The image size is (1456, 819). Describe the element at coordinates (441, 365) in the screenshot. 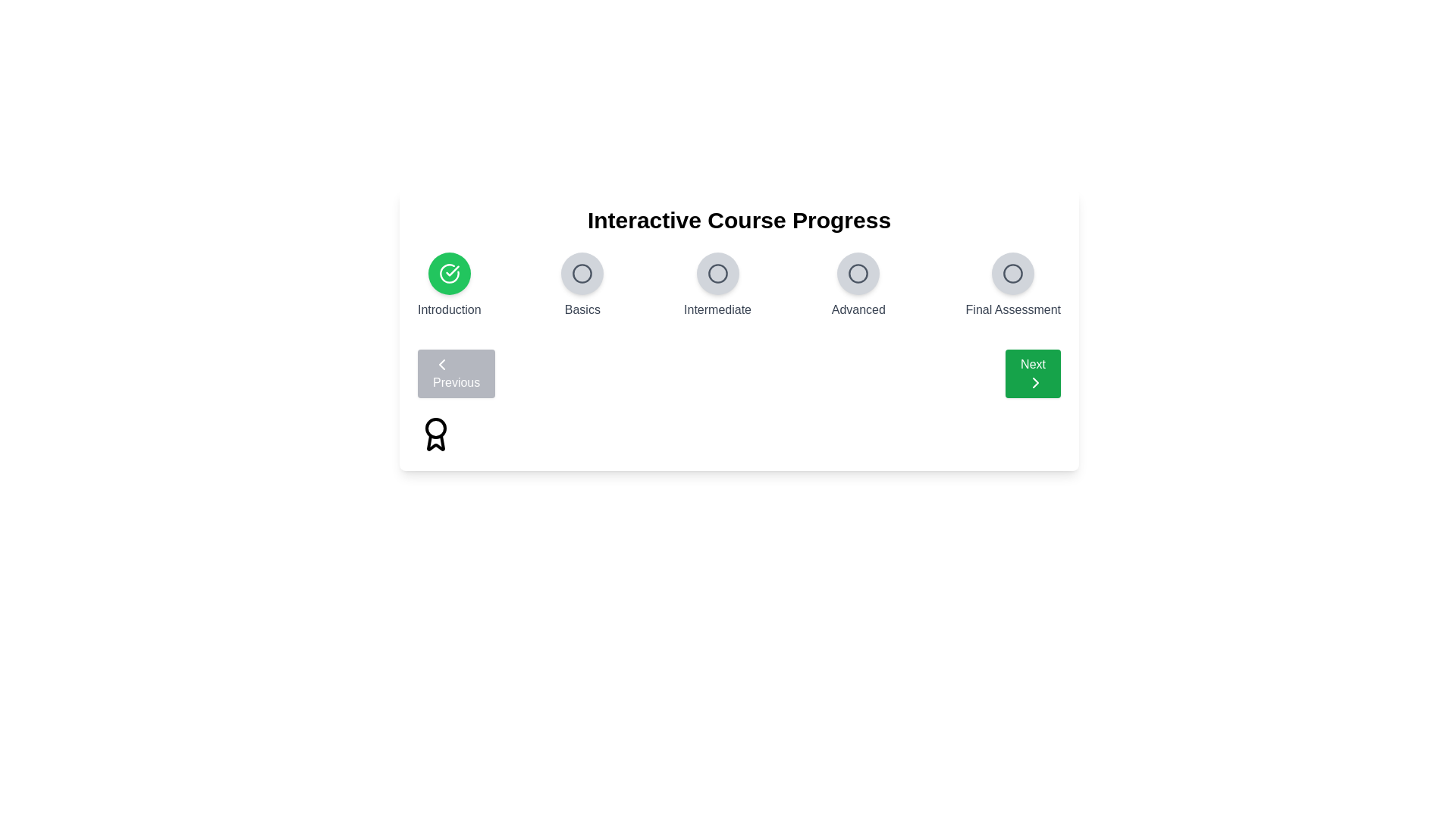

I see `the 'Previous' icon located on the bottom left area of the interface, preceding the text label 'Previous'` at that location.